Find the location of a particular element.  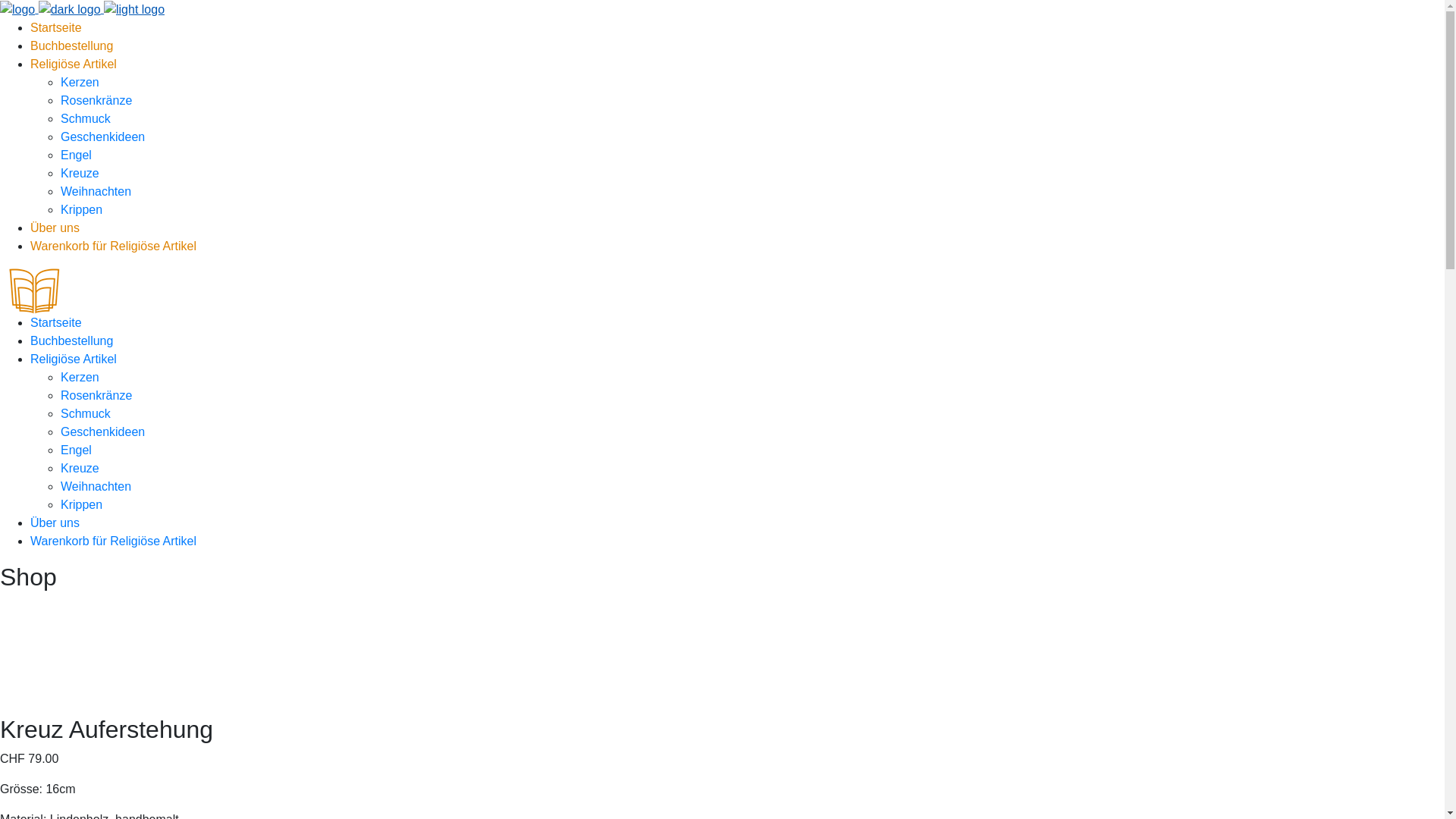

'Krippen' is located at coordinates (80, 504).